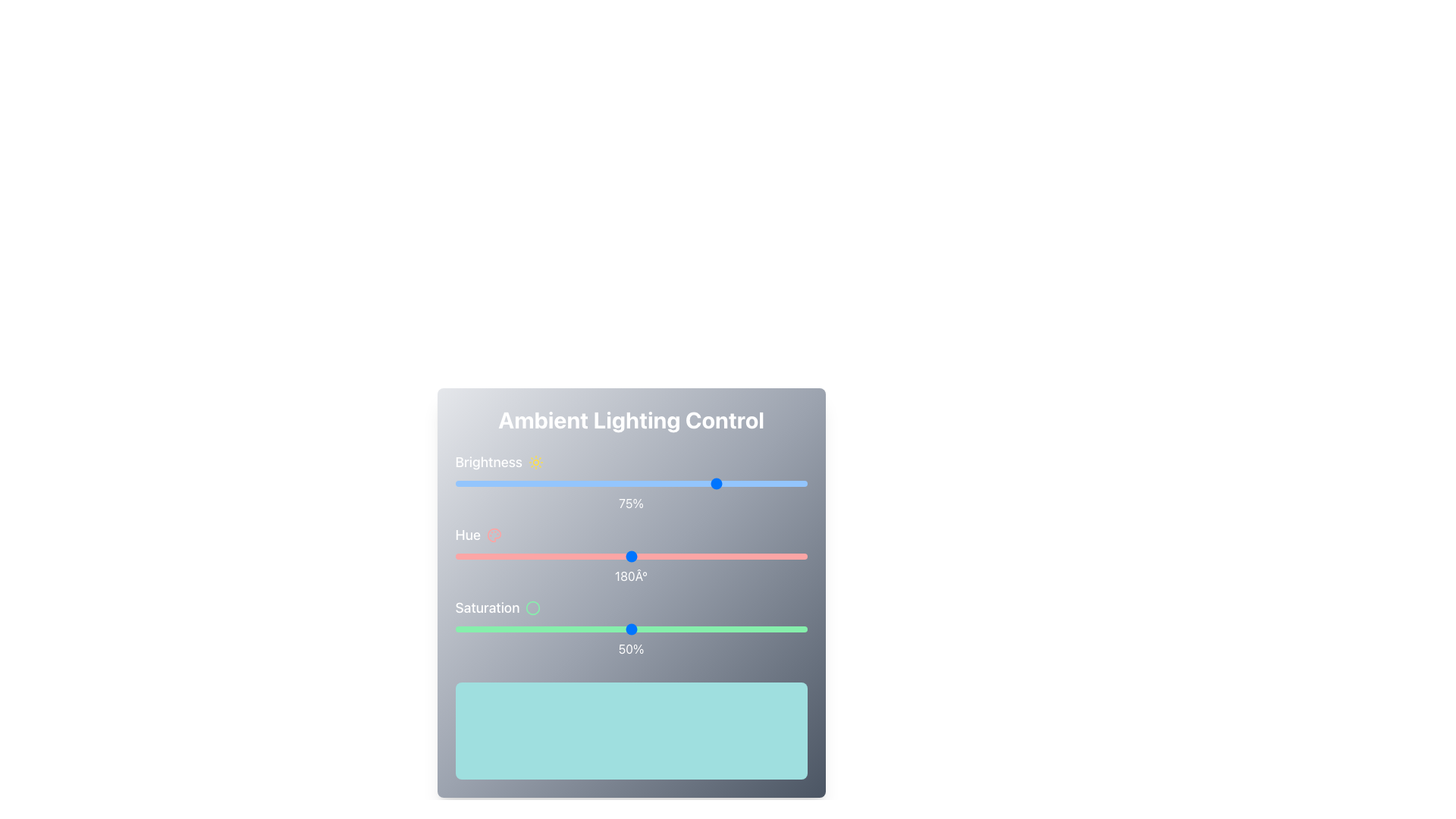  I want to click on hue, so click(689, 556).